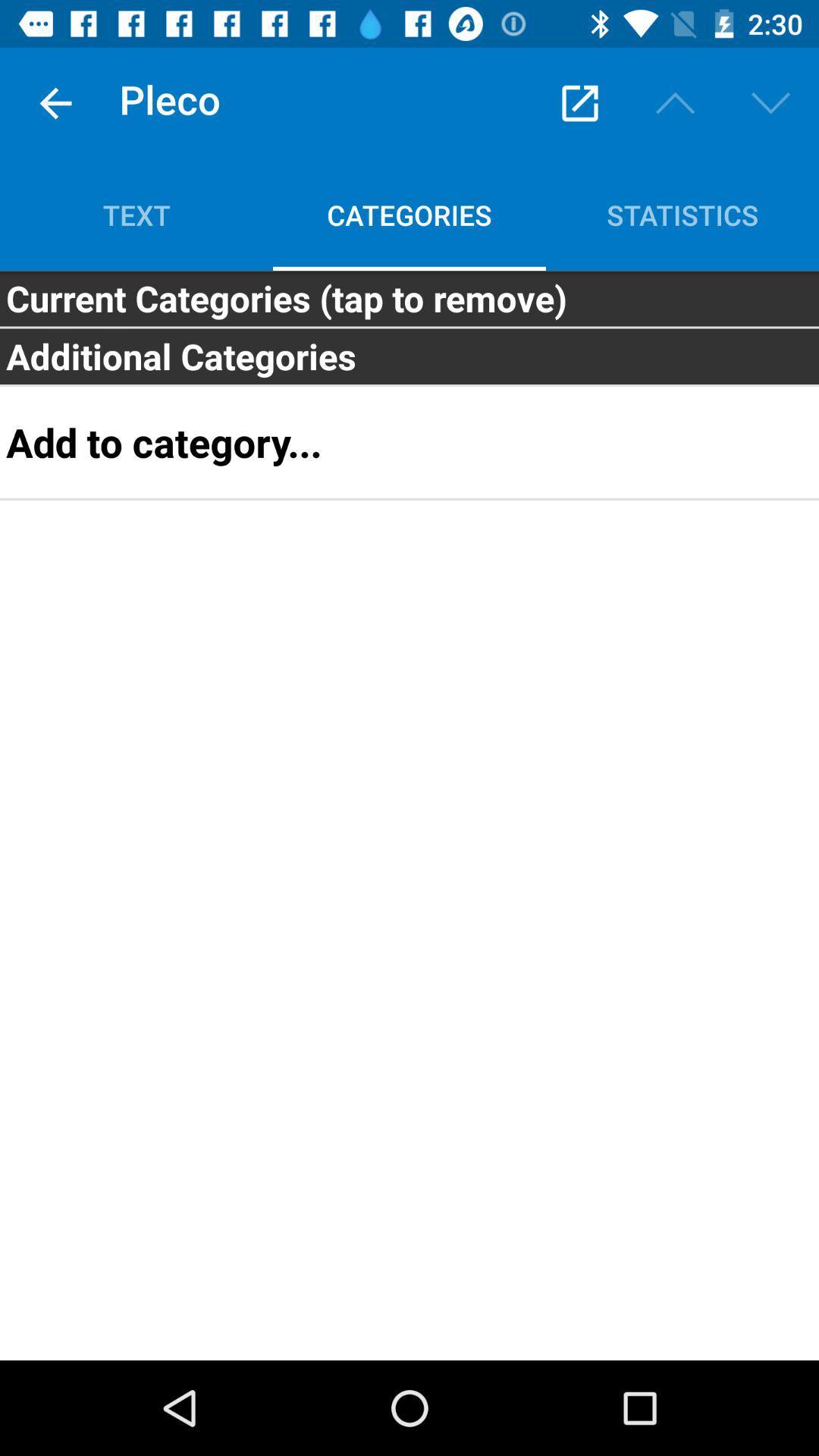 This screenshot has width=819, height=1456. Describe the element at coordinates (409, 356) in the screenshot. I see `item above the add to category... item` at that location.